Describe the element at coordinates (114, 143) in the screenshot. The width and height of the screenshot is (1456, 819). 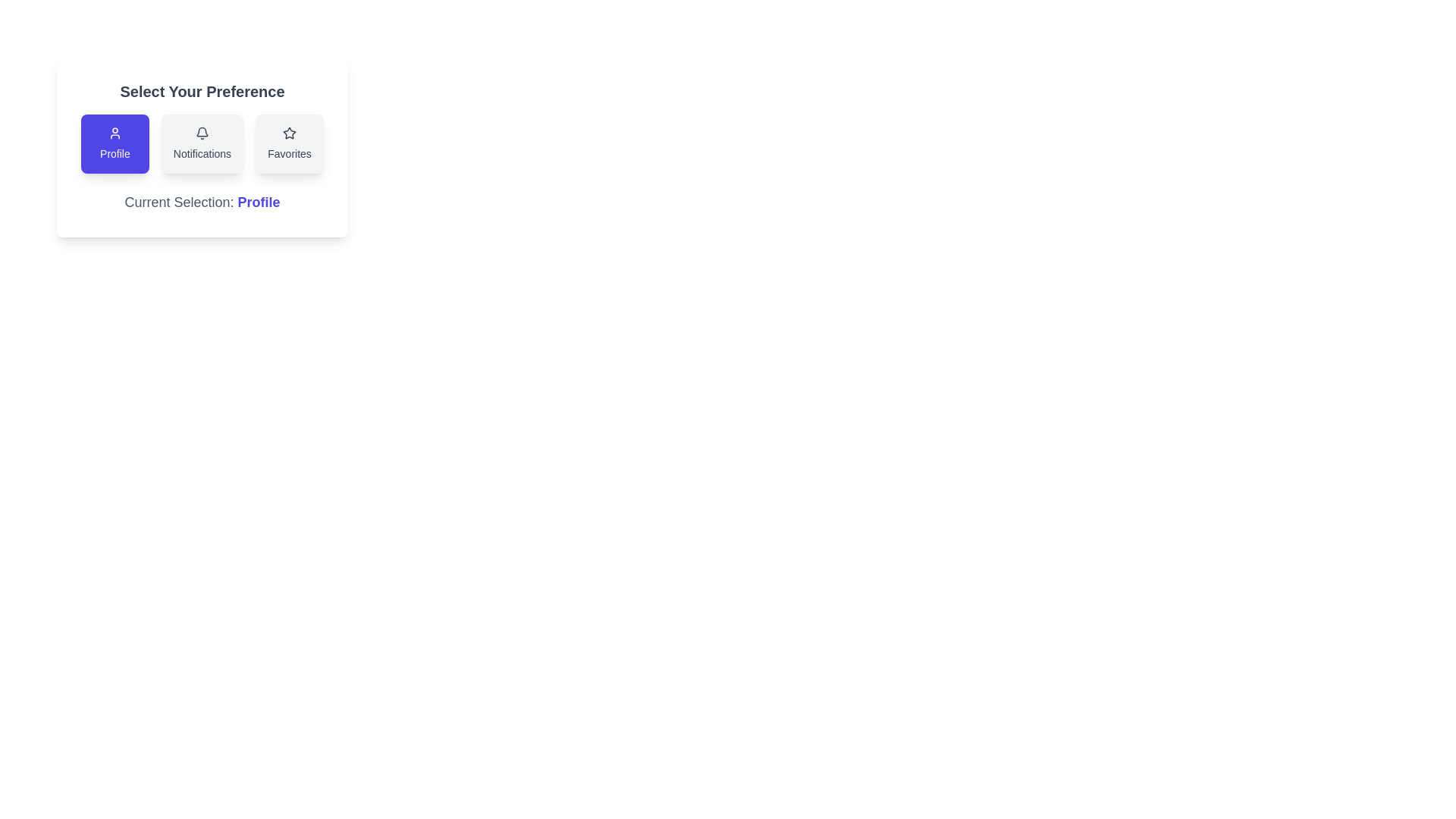
I see `the 'Profile' button located at the top-left corner of the grouping to visualize hover effects` at that location.